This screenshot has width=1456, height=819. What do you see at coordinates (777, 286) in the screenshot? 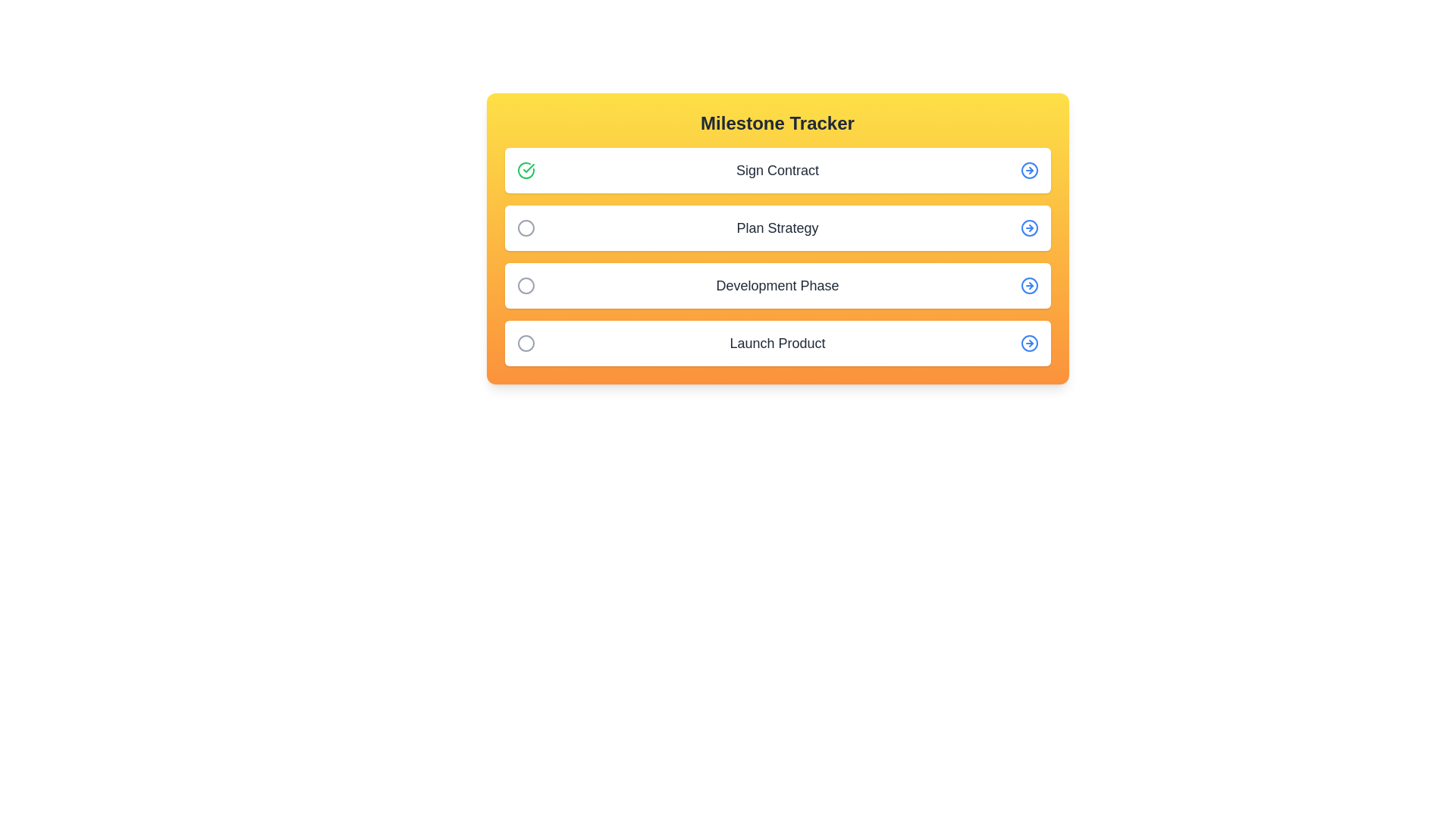
I see `the Step indicator item labeled 'Development Phase', which is the third item in a vertical list of UI blocks` at bounding box center [777, 286].